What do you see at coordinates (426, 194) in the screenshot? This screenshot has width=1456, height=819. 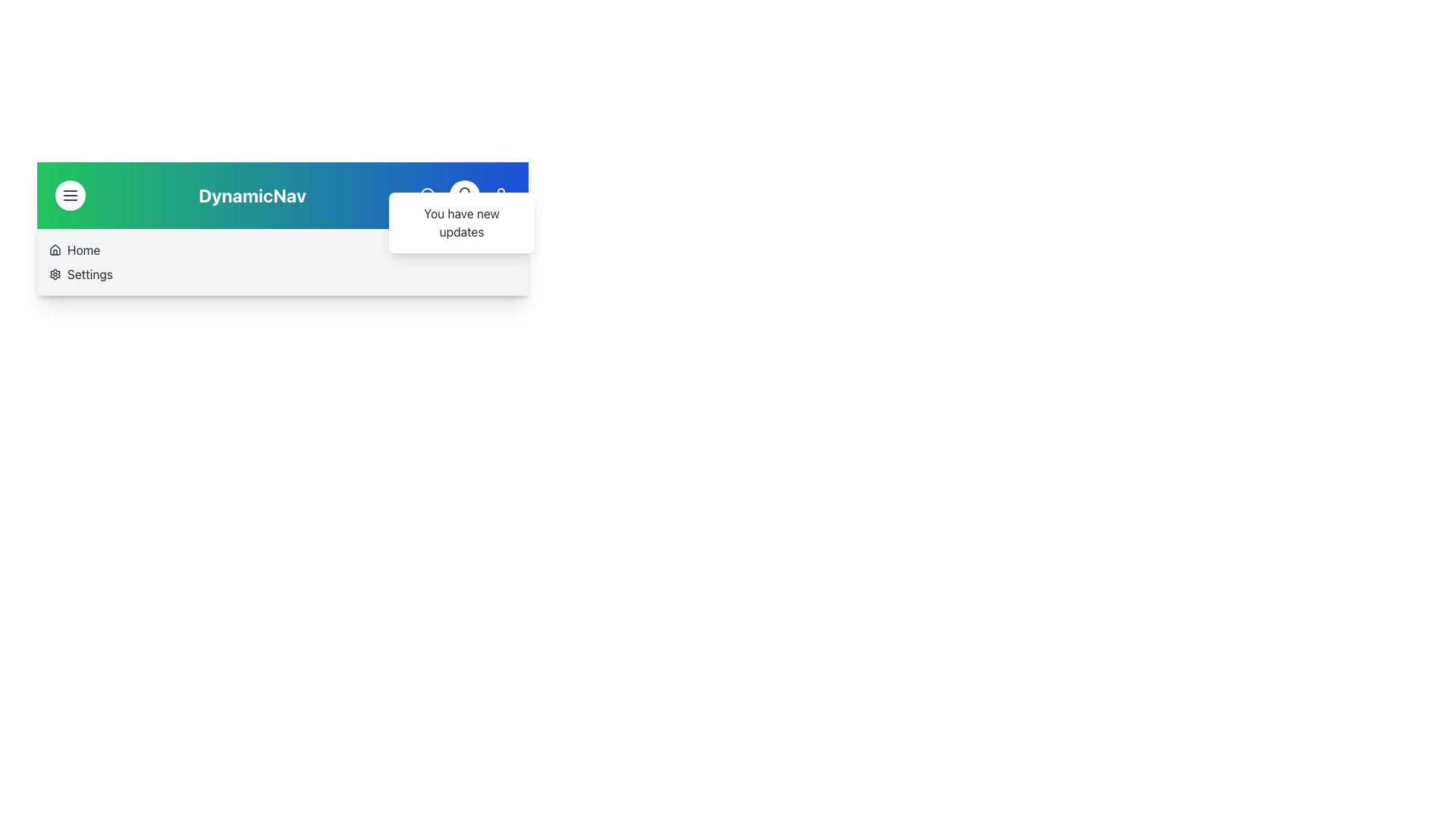 I see `the inner circle of the search icon in the top-right corner of the web interface, which is styled as an outlined circle with no fill` at bounding box center [426, 194].